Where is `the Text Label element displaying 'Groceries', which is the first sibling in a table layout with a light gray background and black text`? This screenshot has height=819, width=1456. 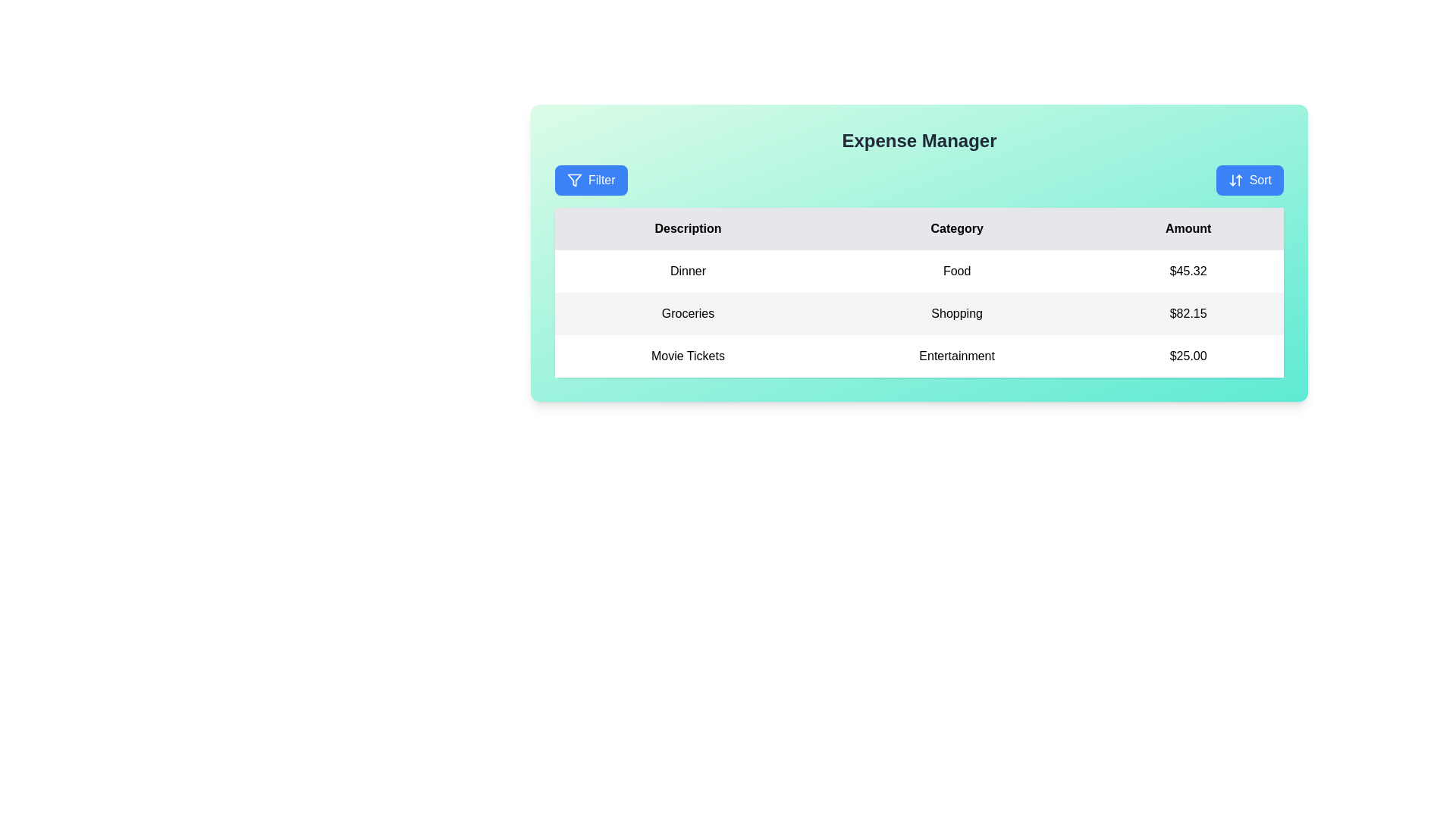
the Text Label element displaying 'Groceries', which is the first sibling in a table layout with a light gray background and black text is located at coordinates (687, 312).